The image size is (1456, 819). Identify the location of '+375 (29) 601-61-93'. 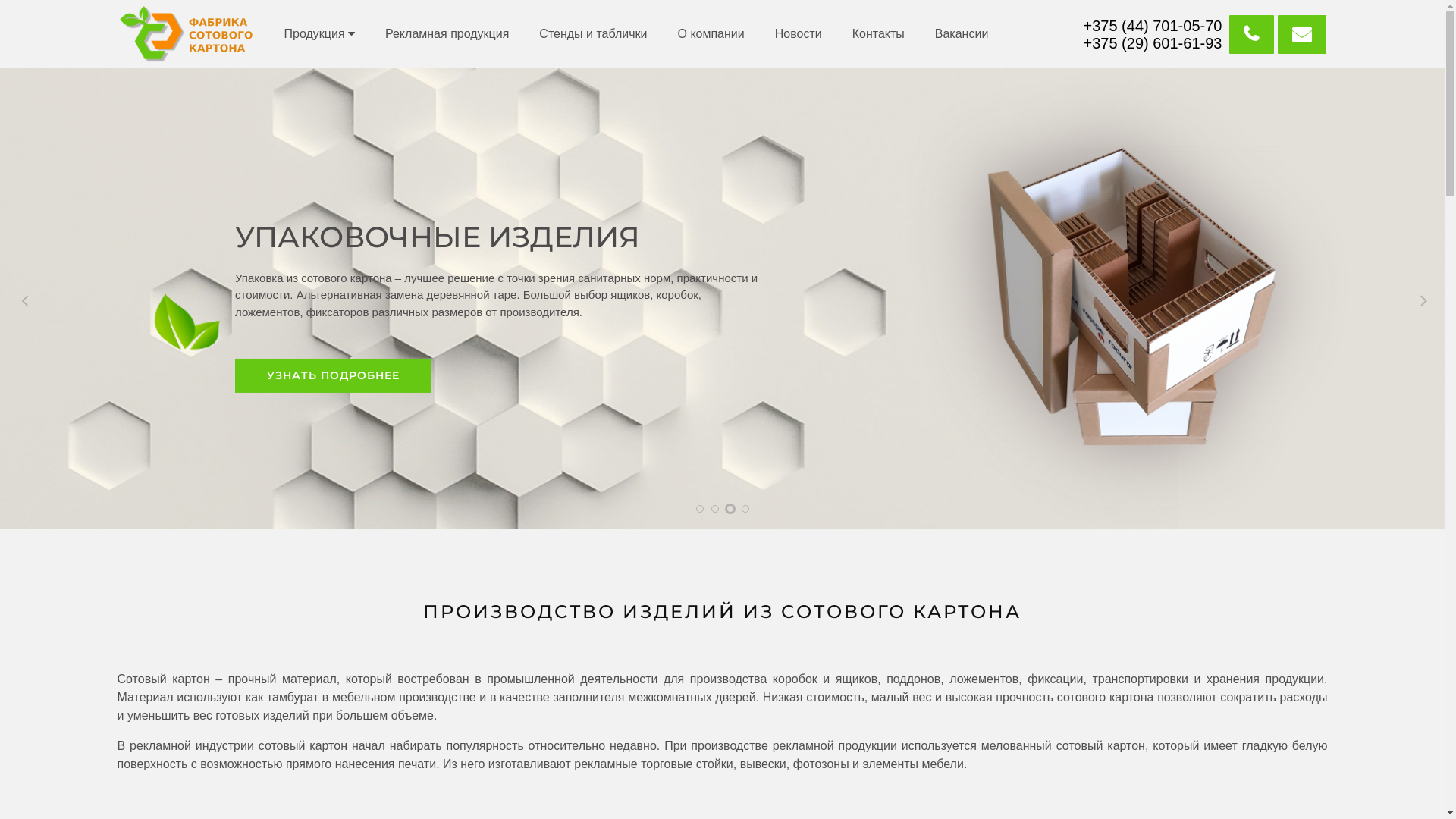
(1153, 42).